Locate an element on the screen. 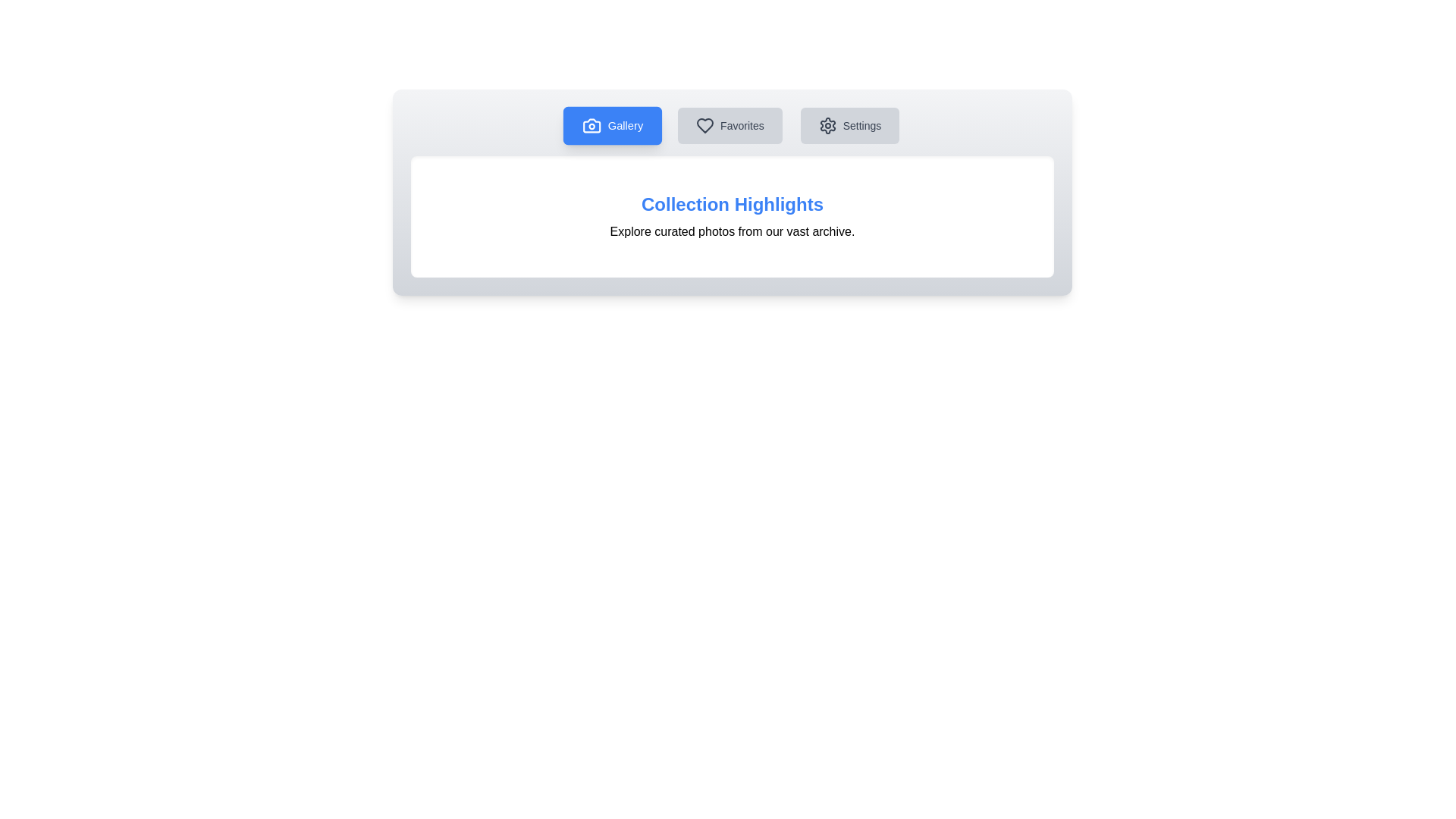 Image resolution: width=1456 pixels, height=819 pixels. the Favorites button to inspect its functionality is located at coordinates (730, 124).